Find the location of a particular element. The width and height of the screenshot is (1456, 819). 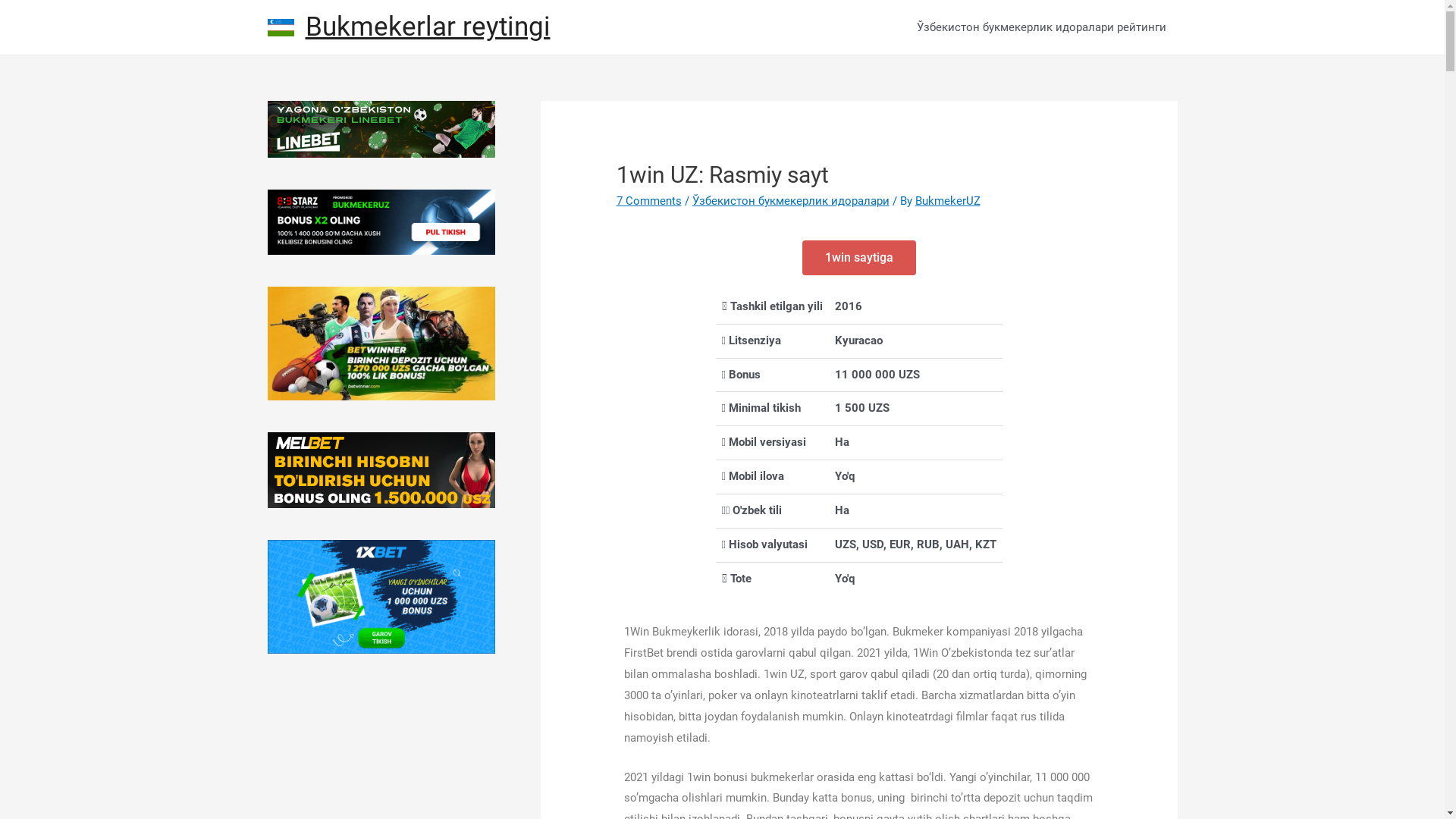

'7 Comments' is located at coordinates (648, 200).